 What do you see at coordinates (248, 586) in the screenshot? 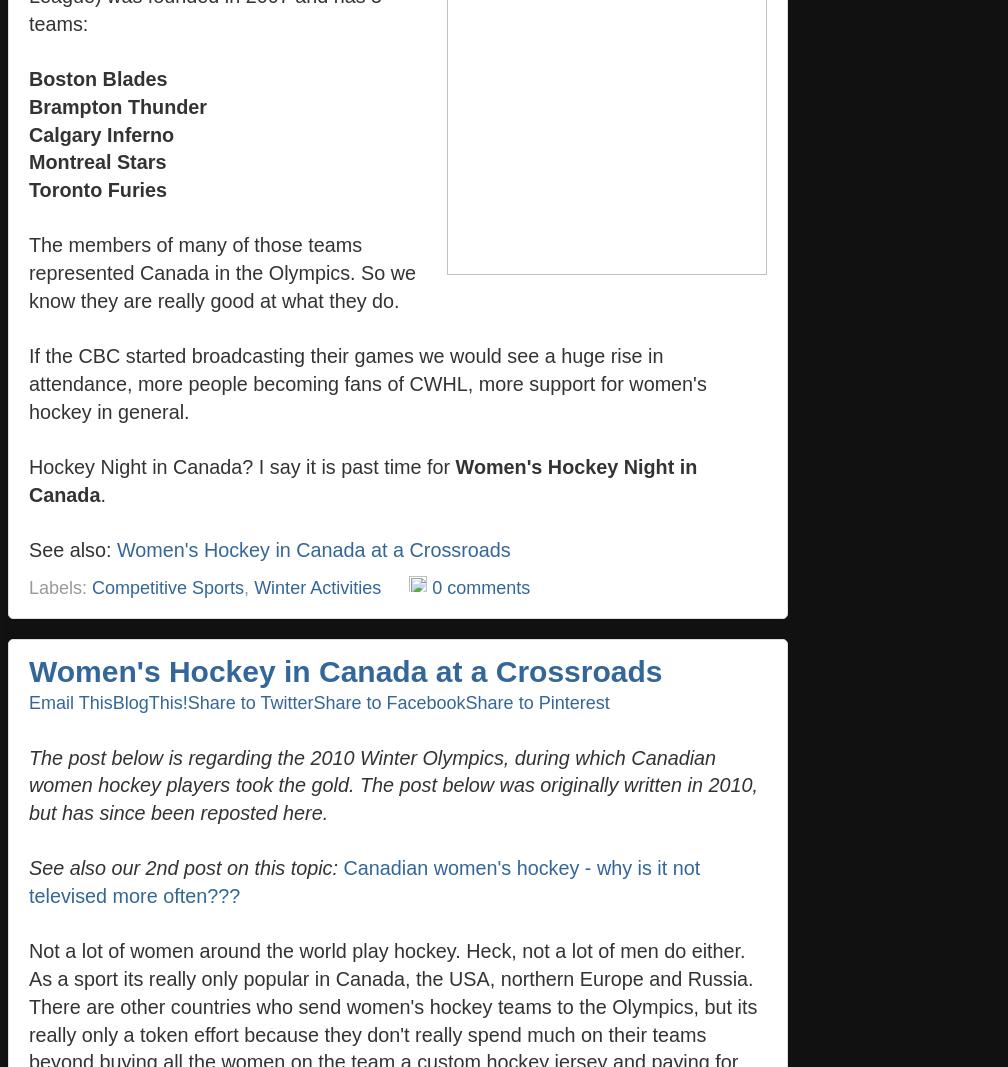
I see `','` at bounding box center [248, 586].